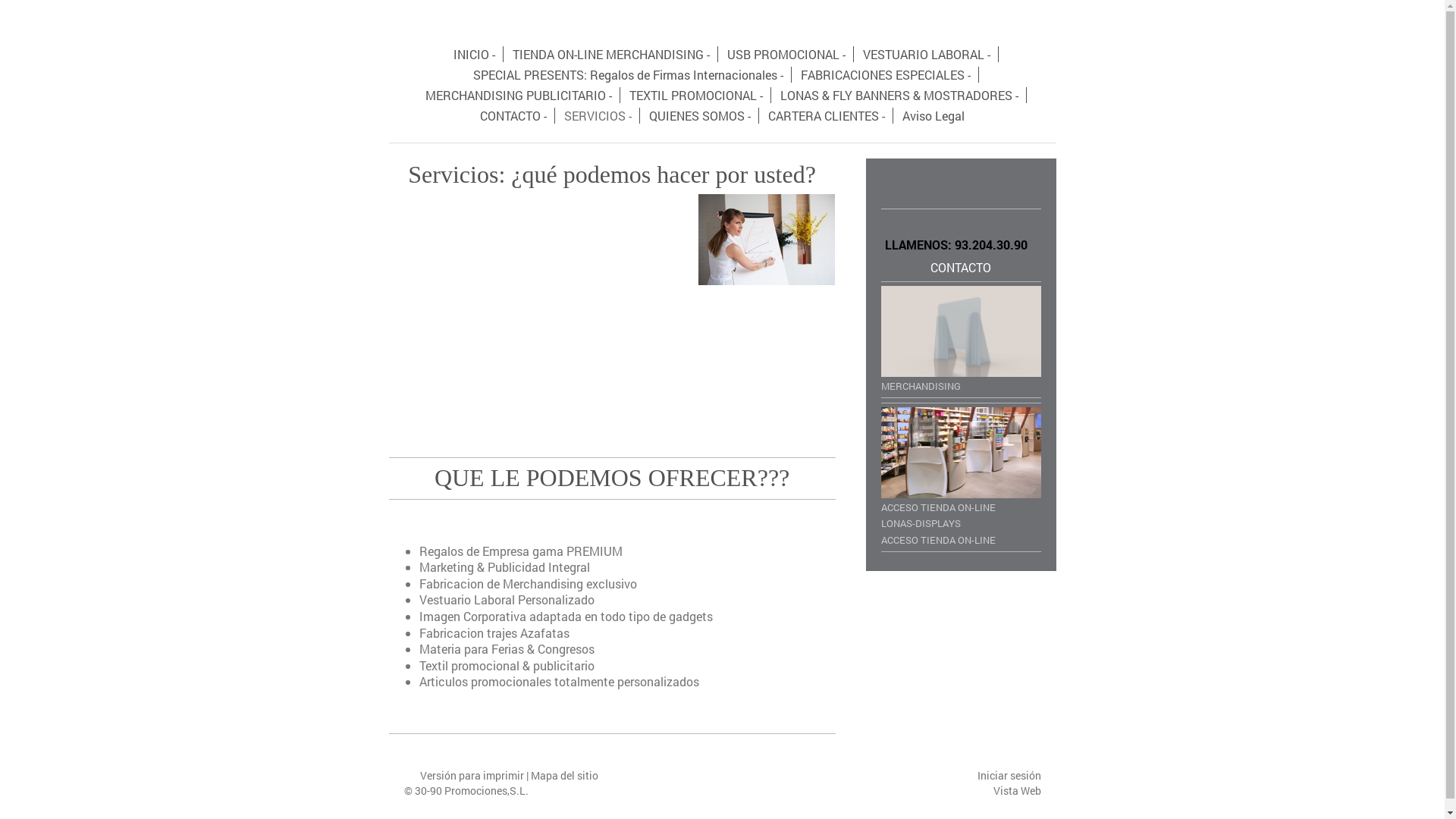 The image size is (1456, 819). Describe the element at coordinates (513, 115) in the screenshot. I see `'CONTACTO -'` at that location.